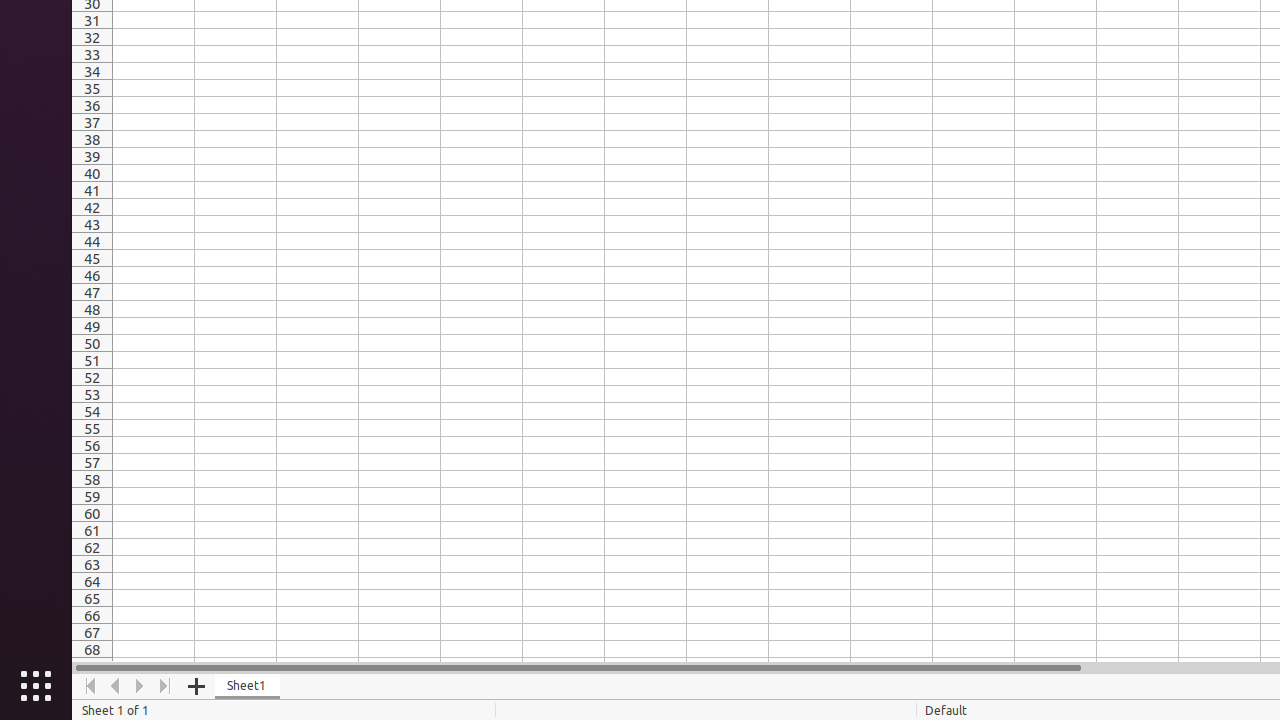 The image size is (1280, 720). I want to click on 'Show Applications', so click(35, 685).